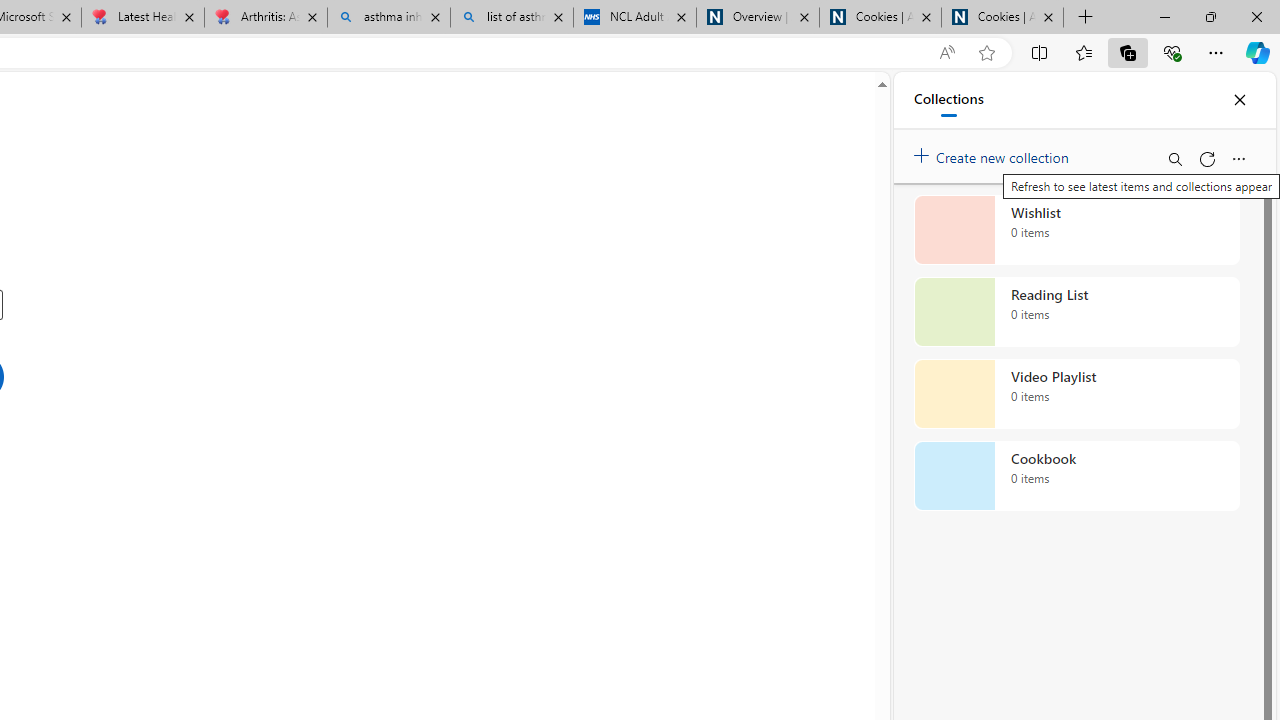 The width and height of the screenshot is (1280, 720). What do you see at coordinates (1237, 158) in the screenshot?
I see `'More options menu'` at bounding box center [1237, 158].